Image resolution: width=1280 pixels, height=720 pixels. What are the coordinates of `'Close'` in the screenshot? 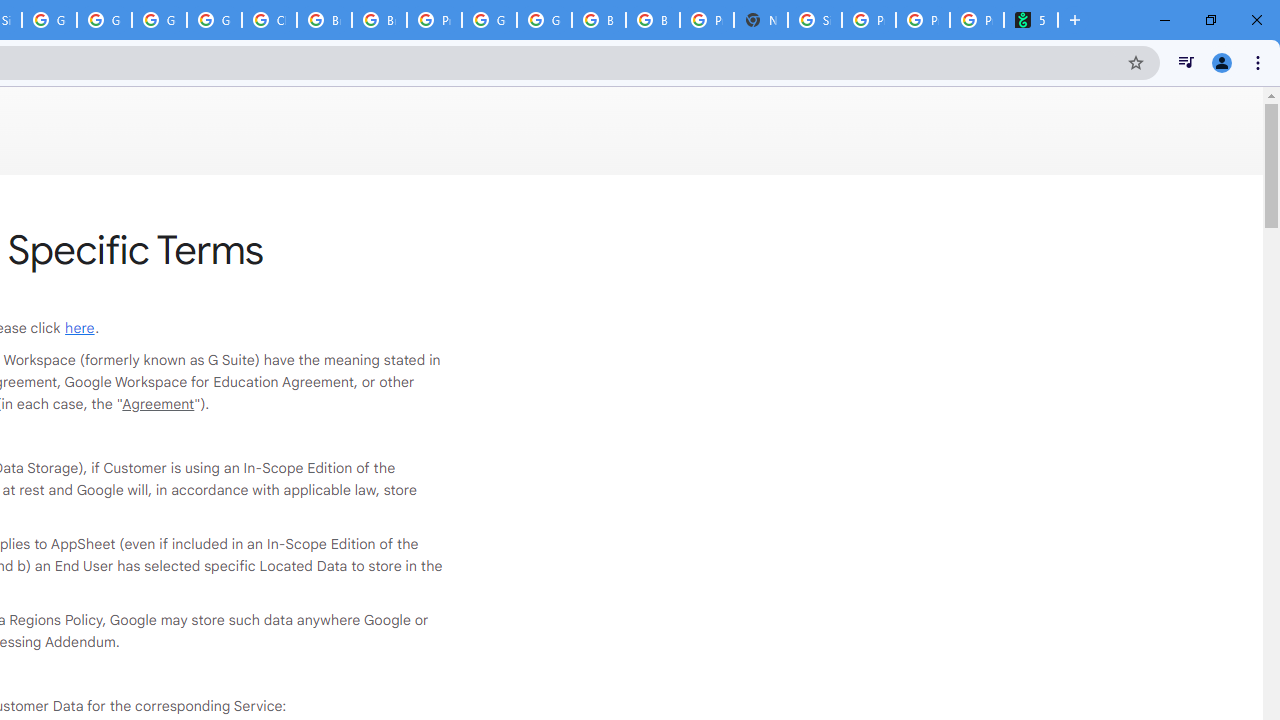 It's located at (1255, 20).